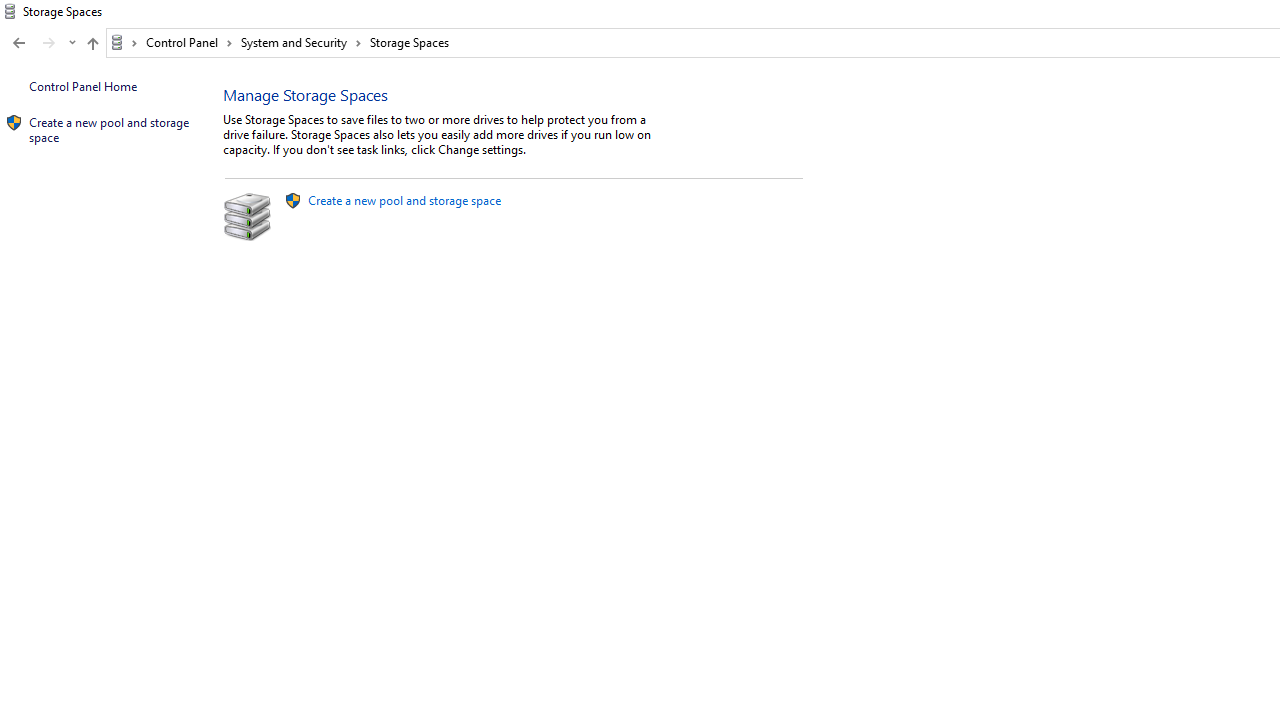  Describe the element at coordinates (82, 85) in the screenshot. I see `'Control Panel Home'` at that location.